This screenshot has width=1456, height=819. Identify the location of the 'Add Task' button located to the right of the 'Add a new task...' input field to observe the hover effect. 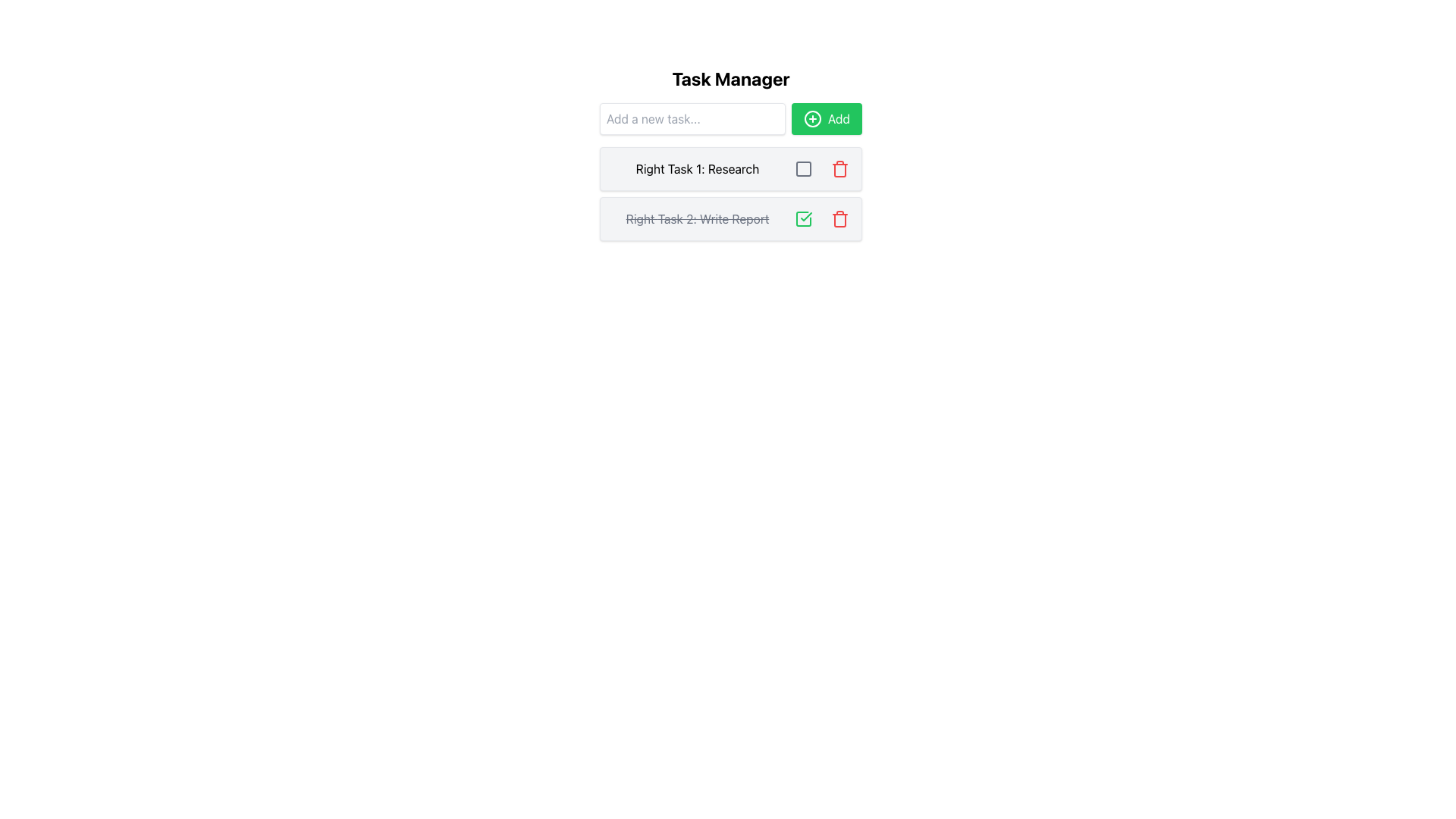
(826, 118).